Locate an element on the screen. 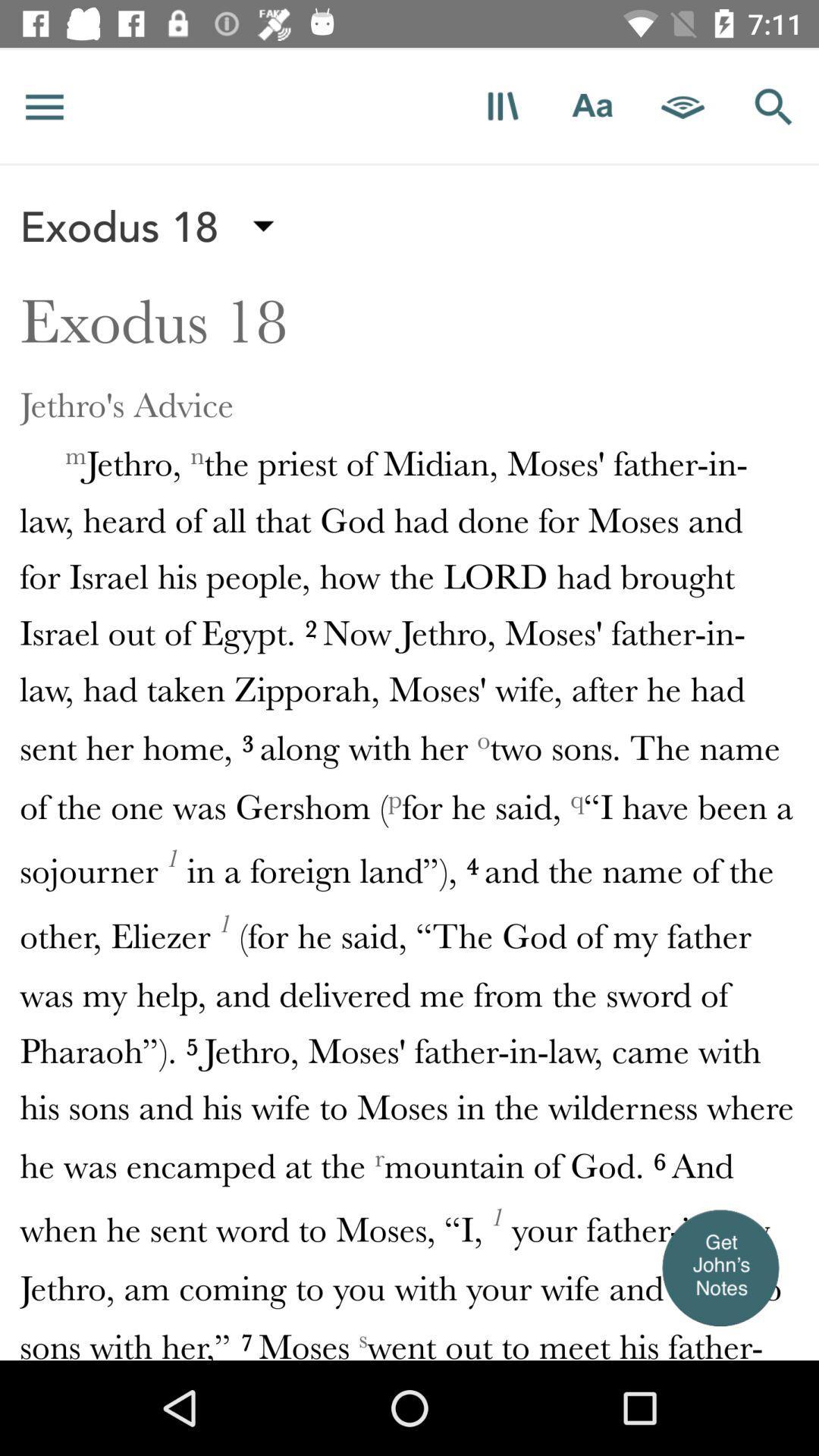  search page is located at coordinates (773, 105).